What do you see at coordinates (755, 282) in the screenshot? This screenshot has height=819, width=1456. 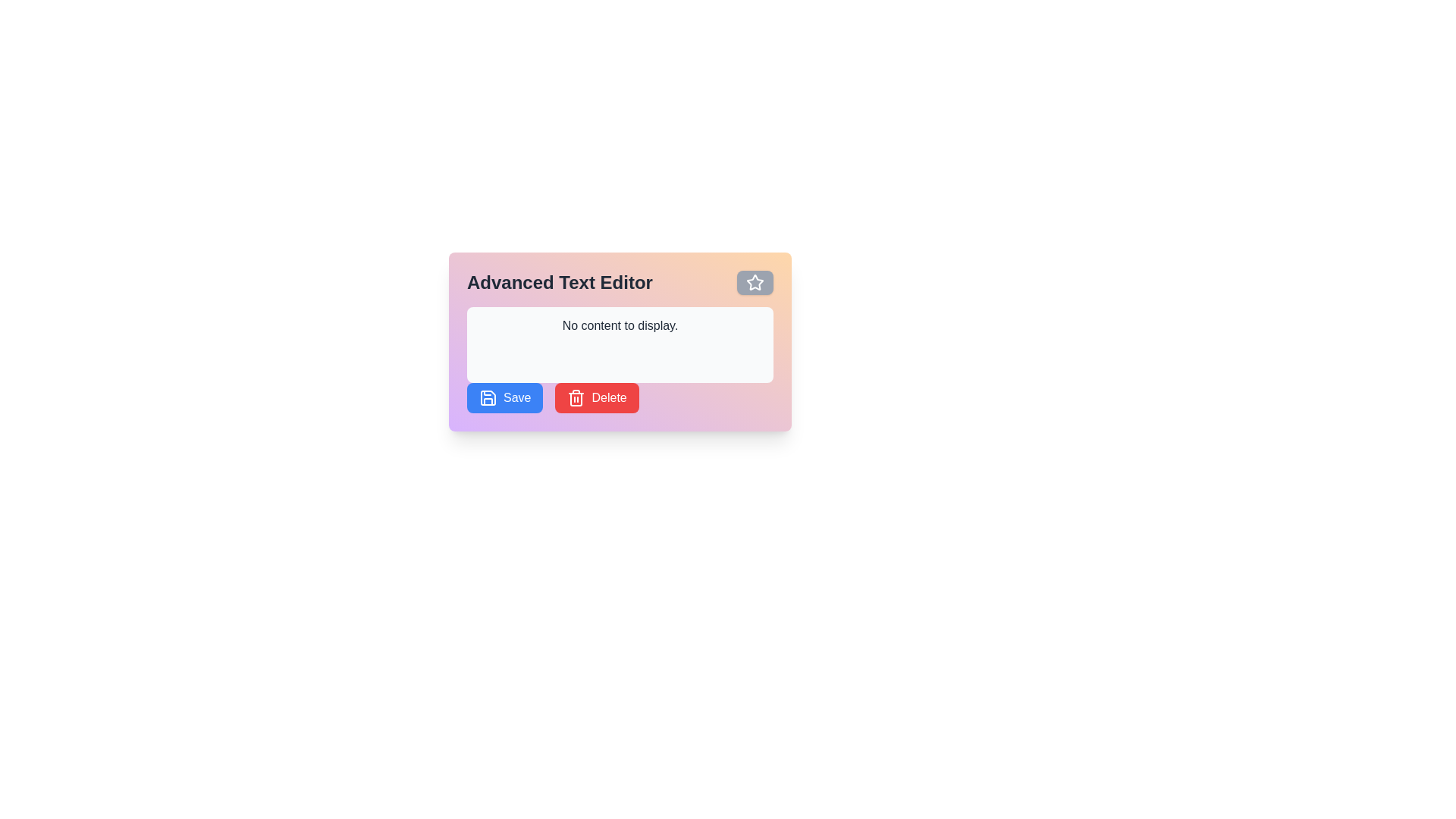 I see `the star-shaped icon with a gray outline located in the top-right corner of the dialog box next to the 'Advanced Text Editor' title` at bounding box center [755, 282].